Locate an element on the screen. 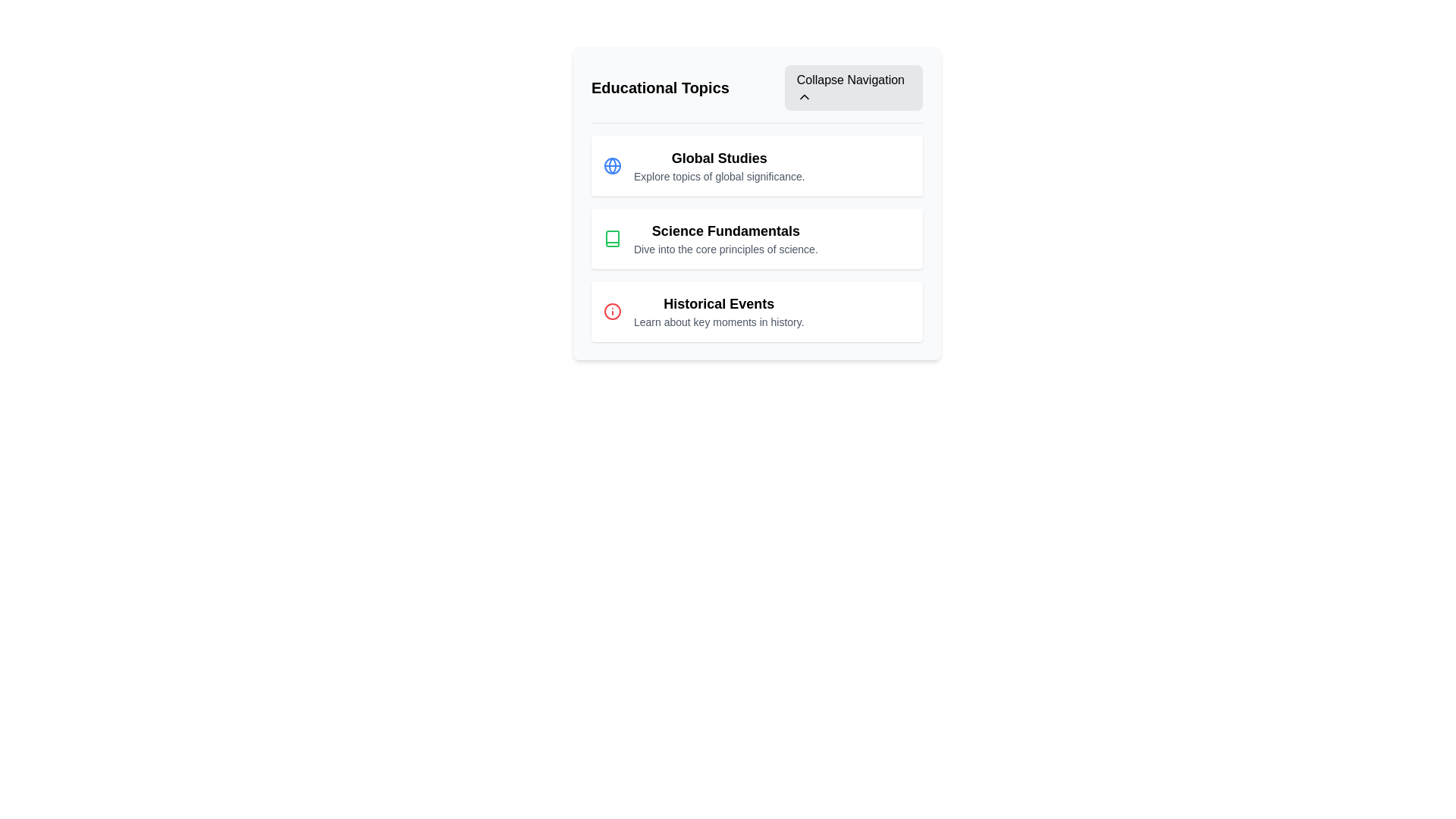  the blue stroke circular shape that is the central part of the globe icon in the 'Global Studies' section, located directly to the left of the 'Global Studies' text is located at coordinates (612, 166).